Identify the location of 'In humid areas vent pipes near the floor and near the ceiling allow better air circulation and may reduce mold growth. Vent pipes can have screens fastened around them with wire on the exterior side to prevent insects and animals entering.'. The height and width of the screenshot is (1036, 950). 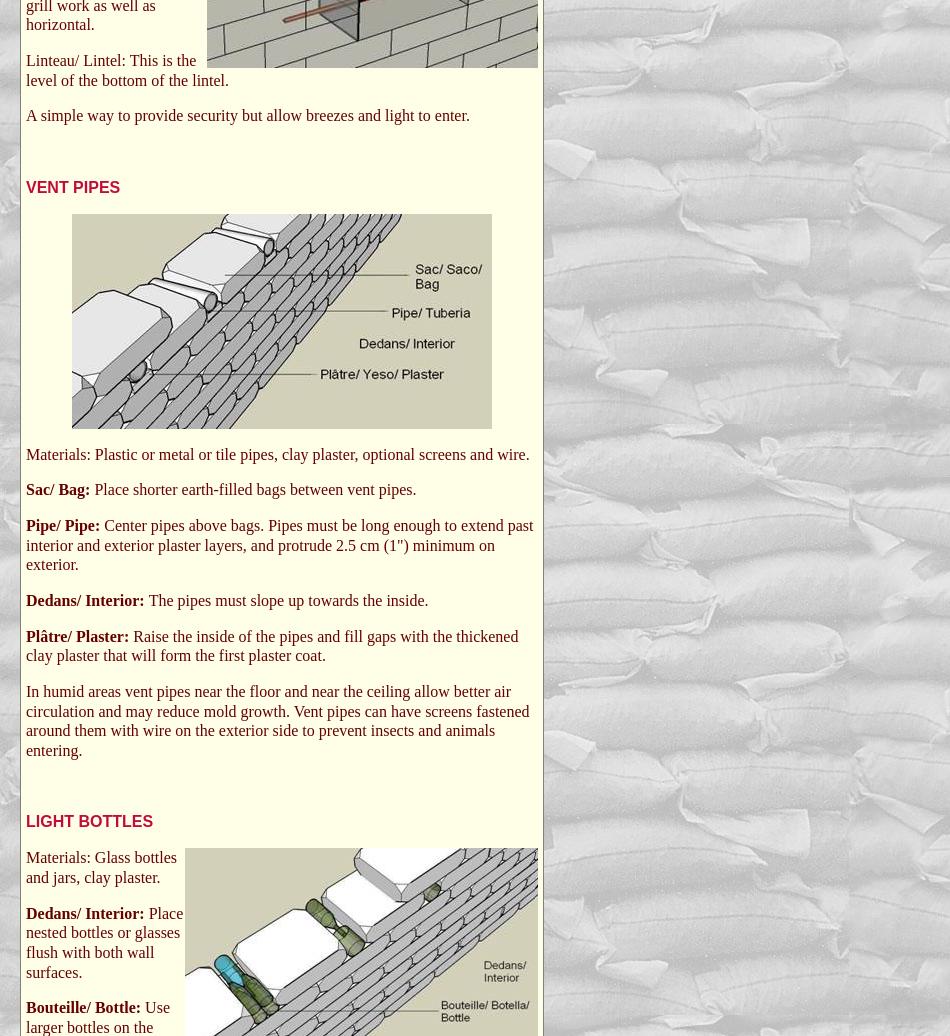
(276, 720).